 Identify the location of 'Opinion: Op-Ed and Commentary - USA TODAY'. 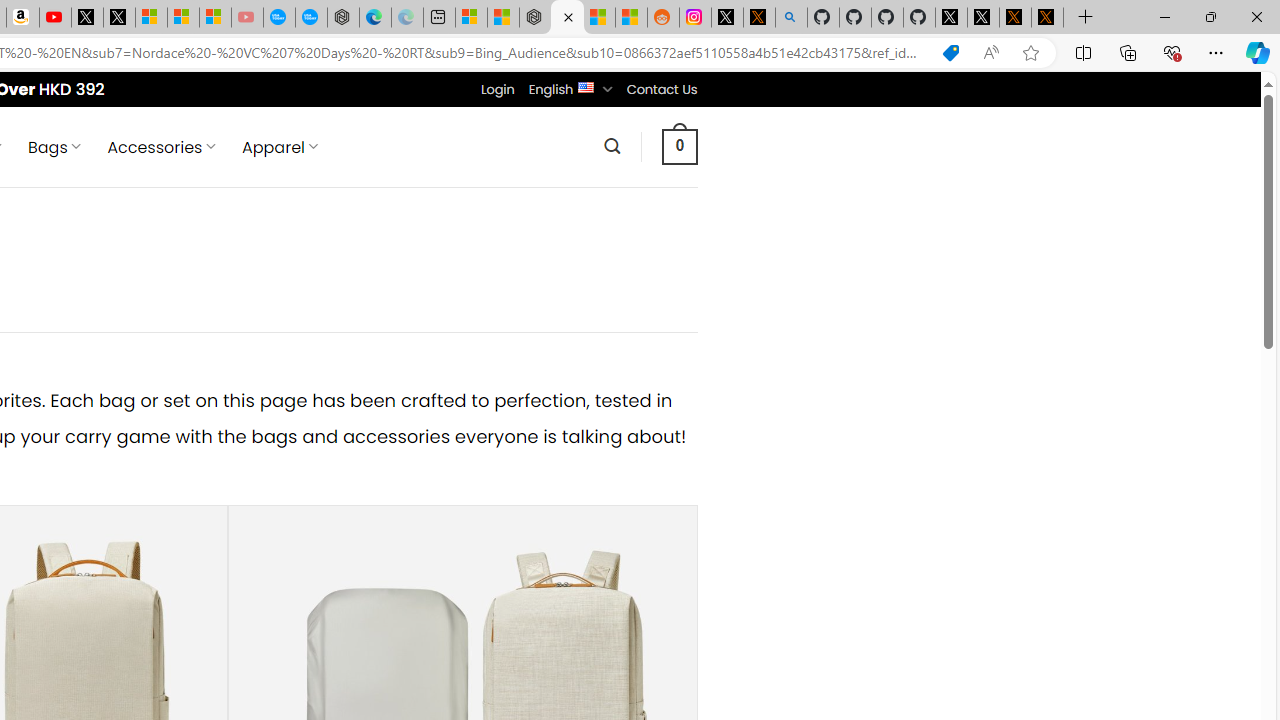
(278, 17).